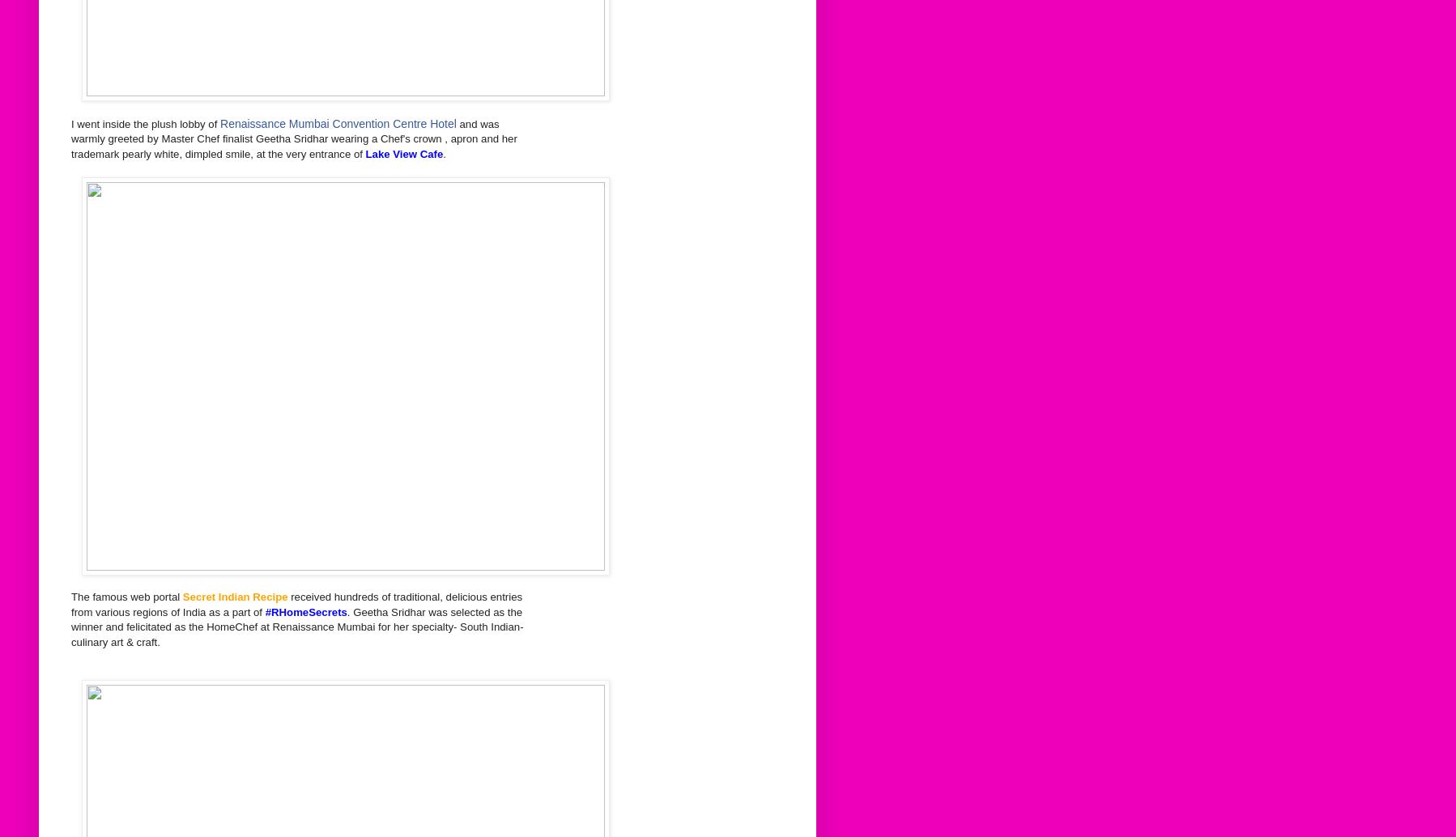  What do you see at coordinates (296, 604) in the screenshot?
I see `'received hundreds of traditional, delicious entries from various regions of India as a part of'` at bounding box center [296, 604].